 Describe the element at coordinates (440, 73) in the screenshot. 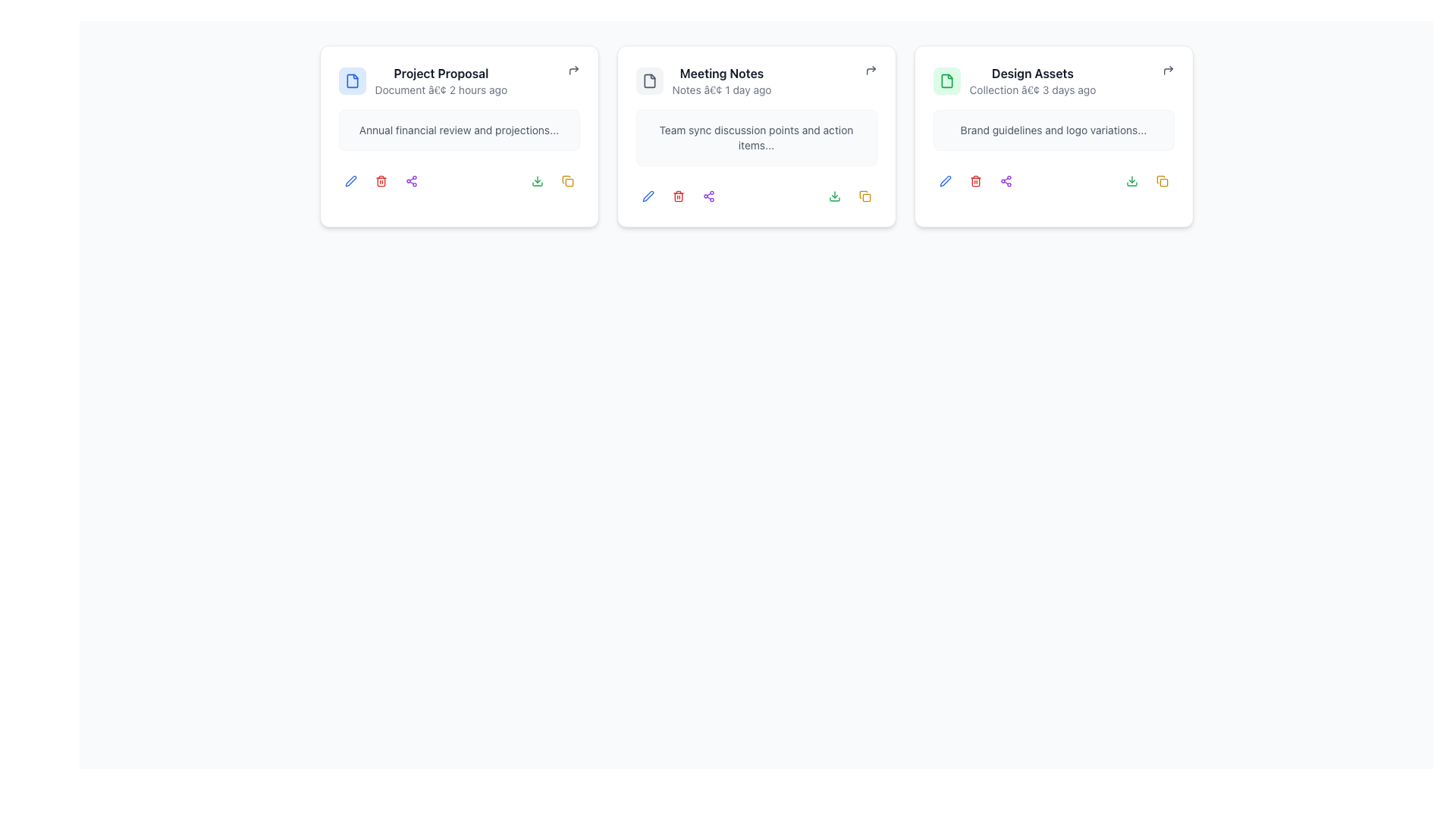

I see `text label displaying 'Project Proposal' in bold, dark gray font, located in the top left card of three cards on the interface` at that location.